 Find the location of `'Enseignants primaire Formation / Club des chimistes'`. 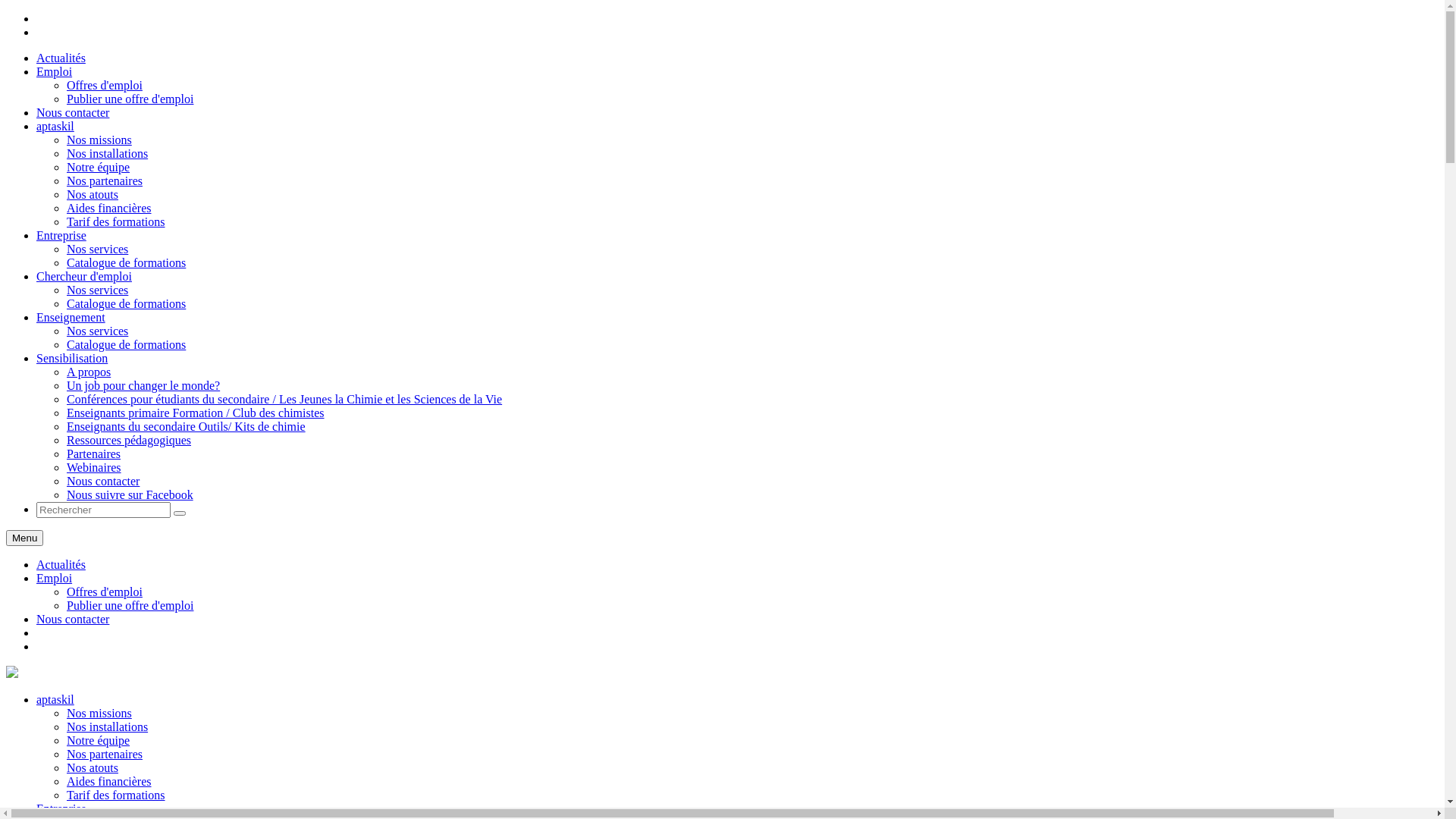

'Enseignants primaire Formation / Club des chimistes' is located at coordinates (195, 413).